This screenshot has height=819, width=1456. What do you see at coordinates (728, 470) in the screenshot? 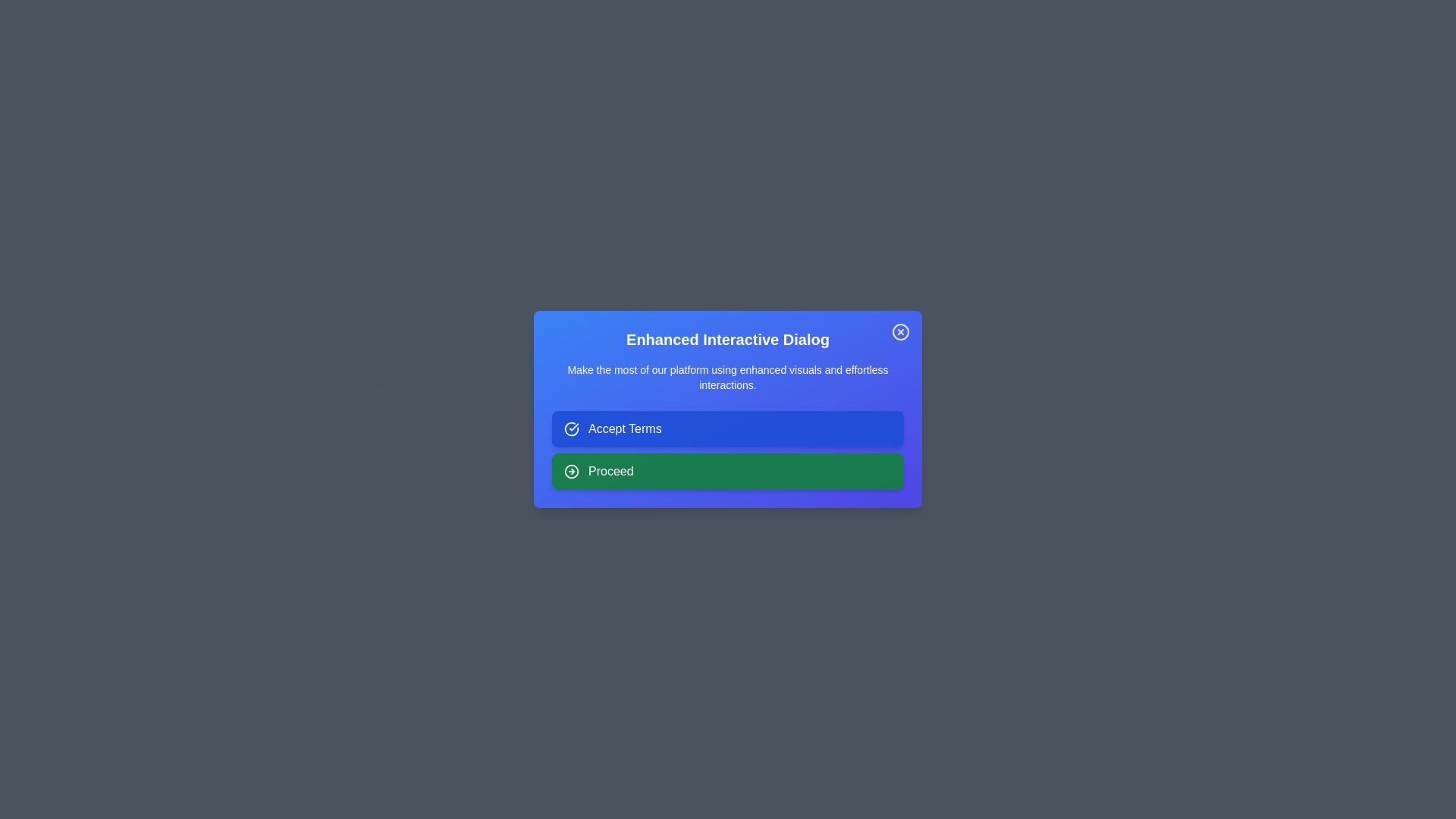
I see `the 'Proceed' button to proceed with the dialog` at bounding box center [728, 470].